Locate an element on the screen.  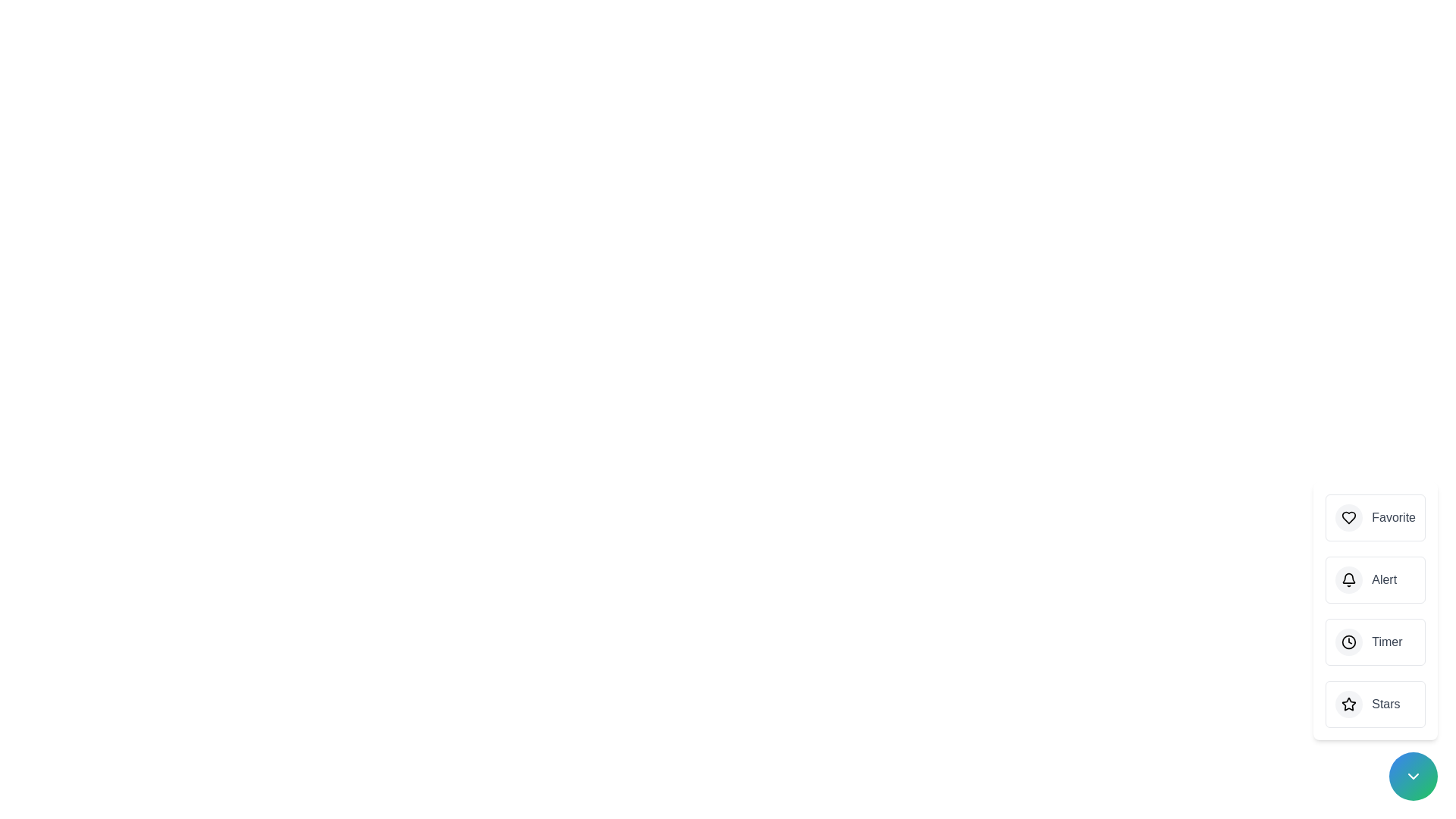
the 'Favorite' button to trigger its action is located at coordinates (1376, 516).